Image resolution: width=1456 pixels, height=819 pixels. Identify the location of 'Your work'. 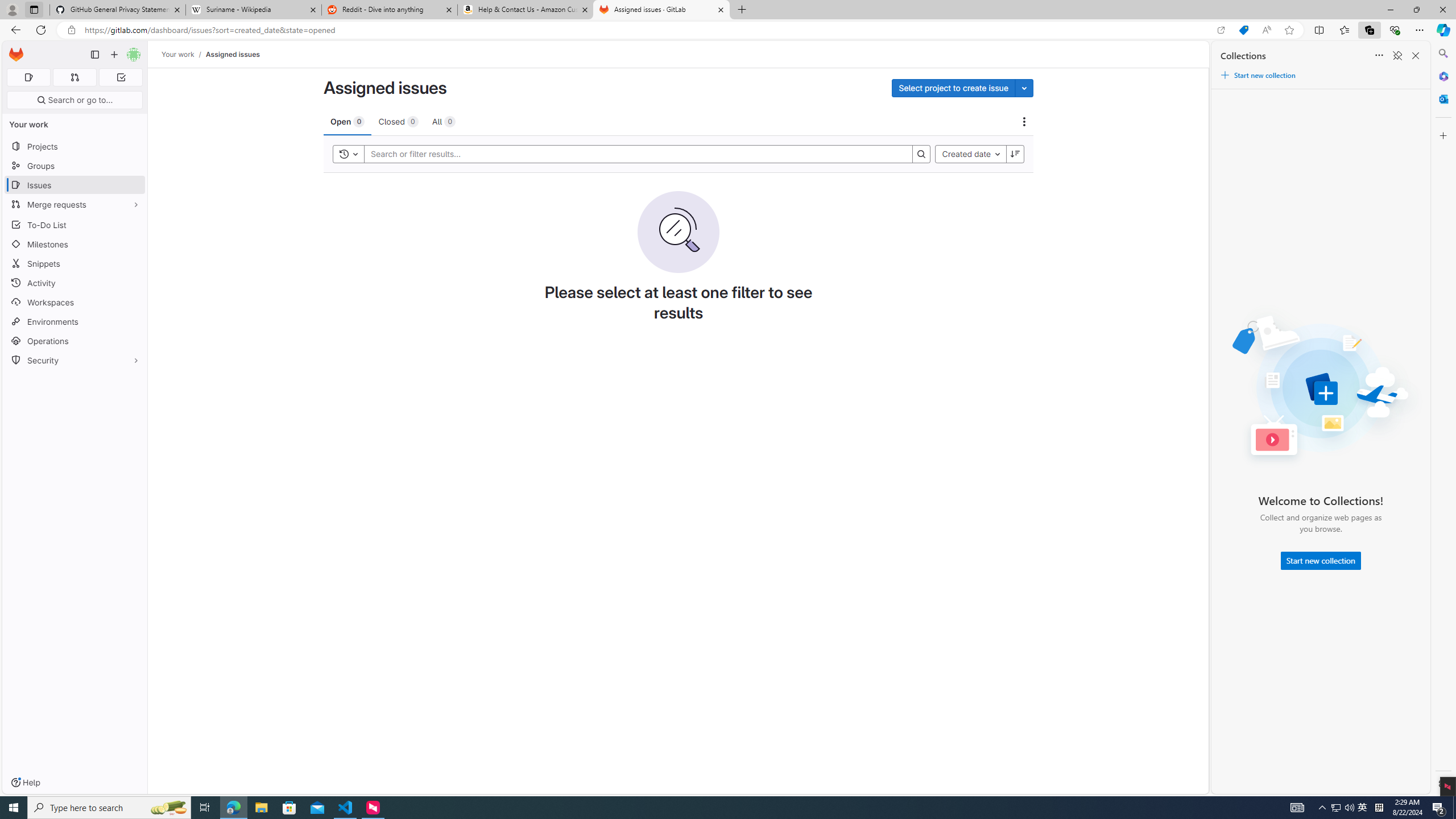
(178, 54).